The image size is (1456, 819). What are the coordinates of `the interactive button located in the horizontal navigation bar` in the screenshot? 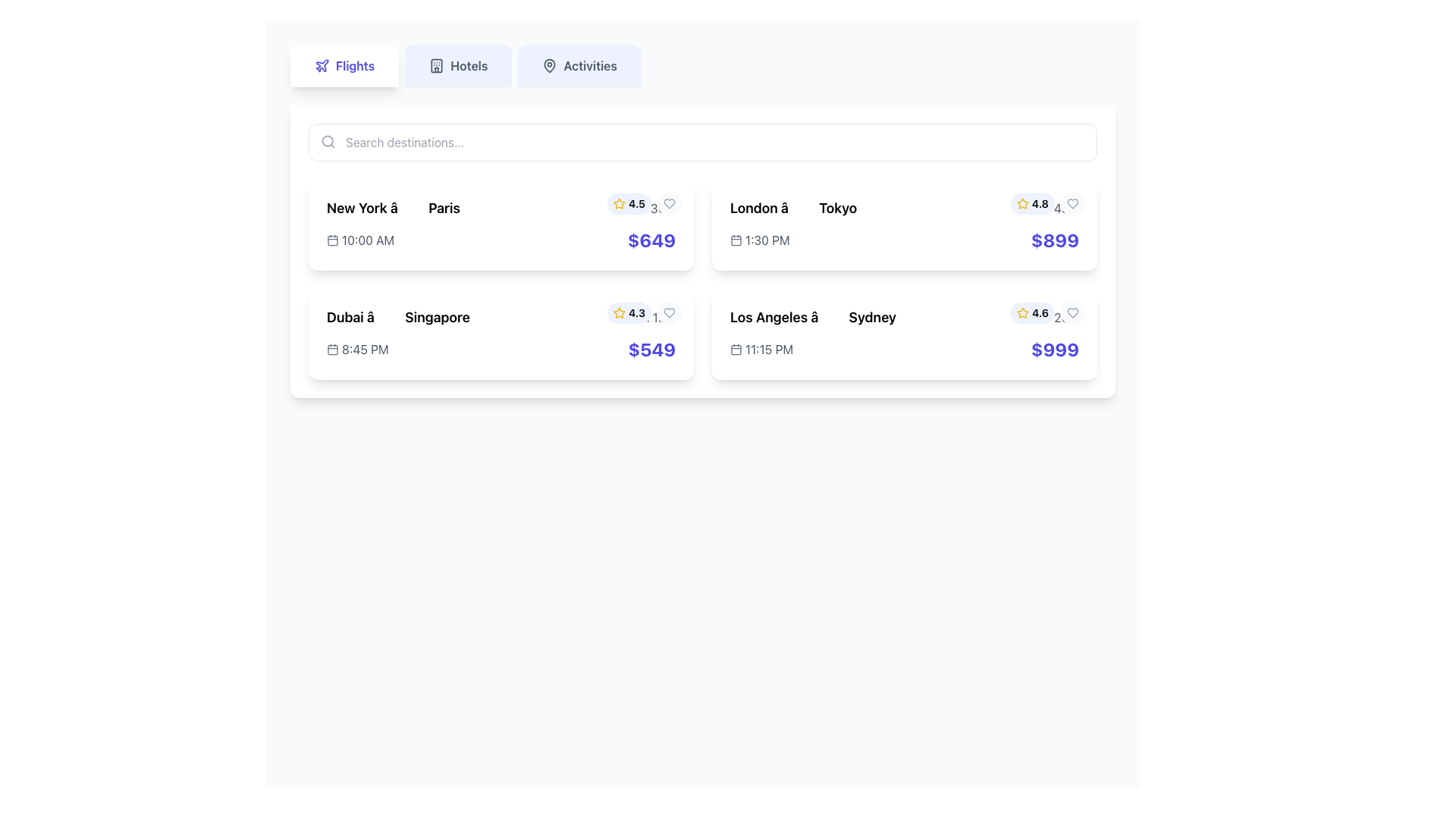 It's located at (579, 65).